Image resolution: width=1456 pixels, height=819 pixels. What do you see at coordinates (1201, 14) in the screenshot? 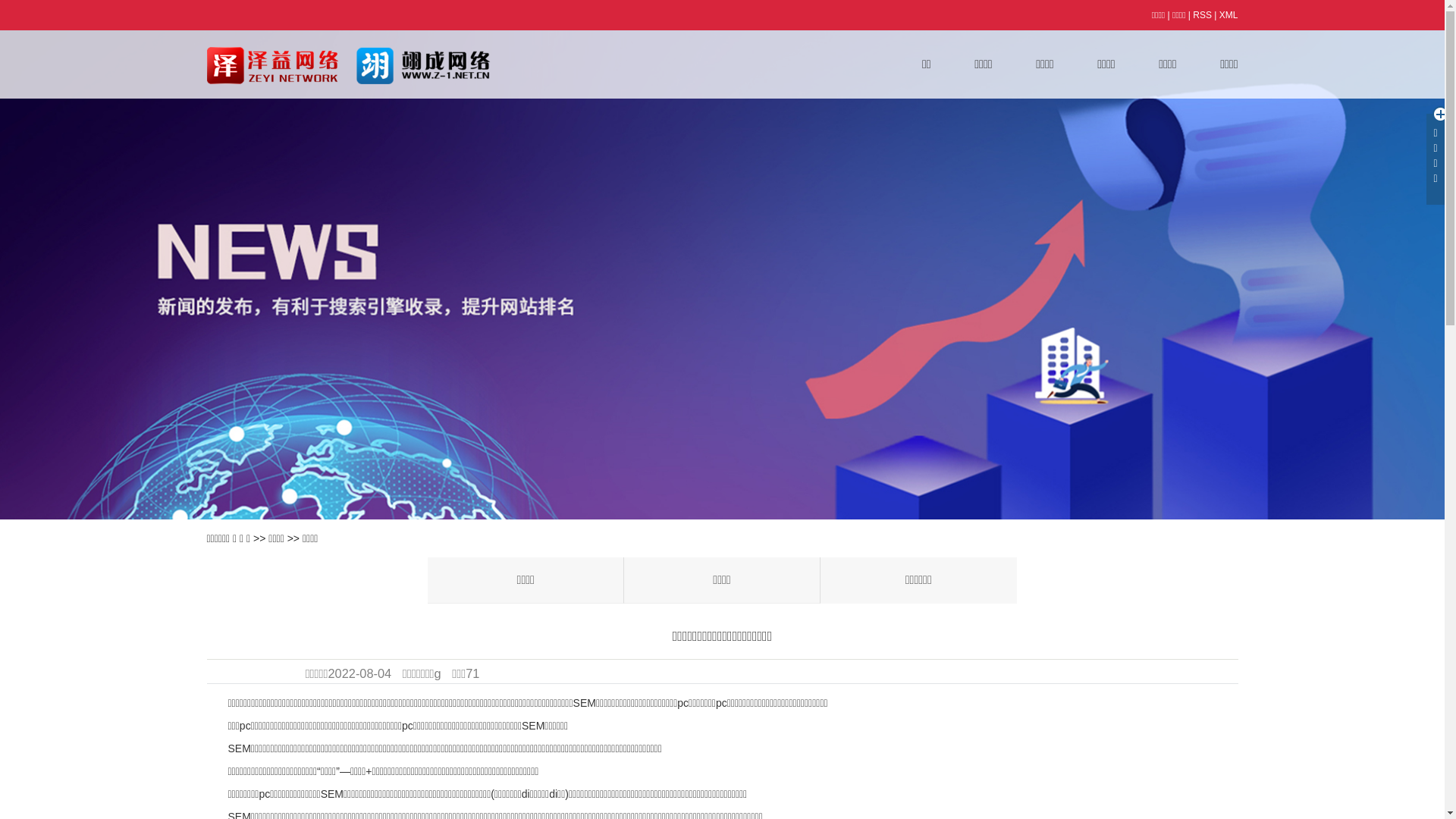
I see `'RSS'` at bounding box center [1201, 14].